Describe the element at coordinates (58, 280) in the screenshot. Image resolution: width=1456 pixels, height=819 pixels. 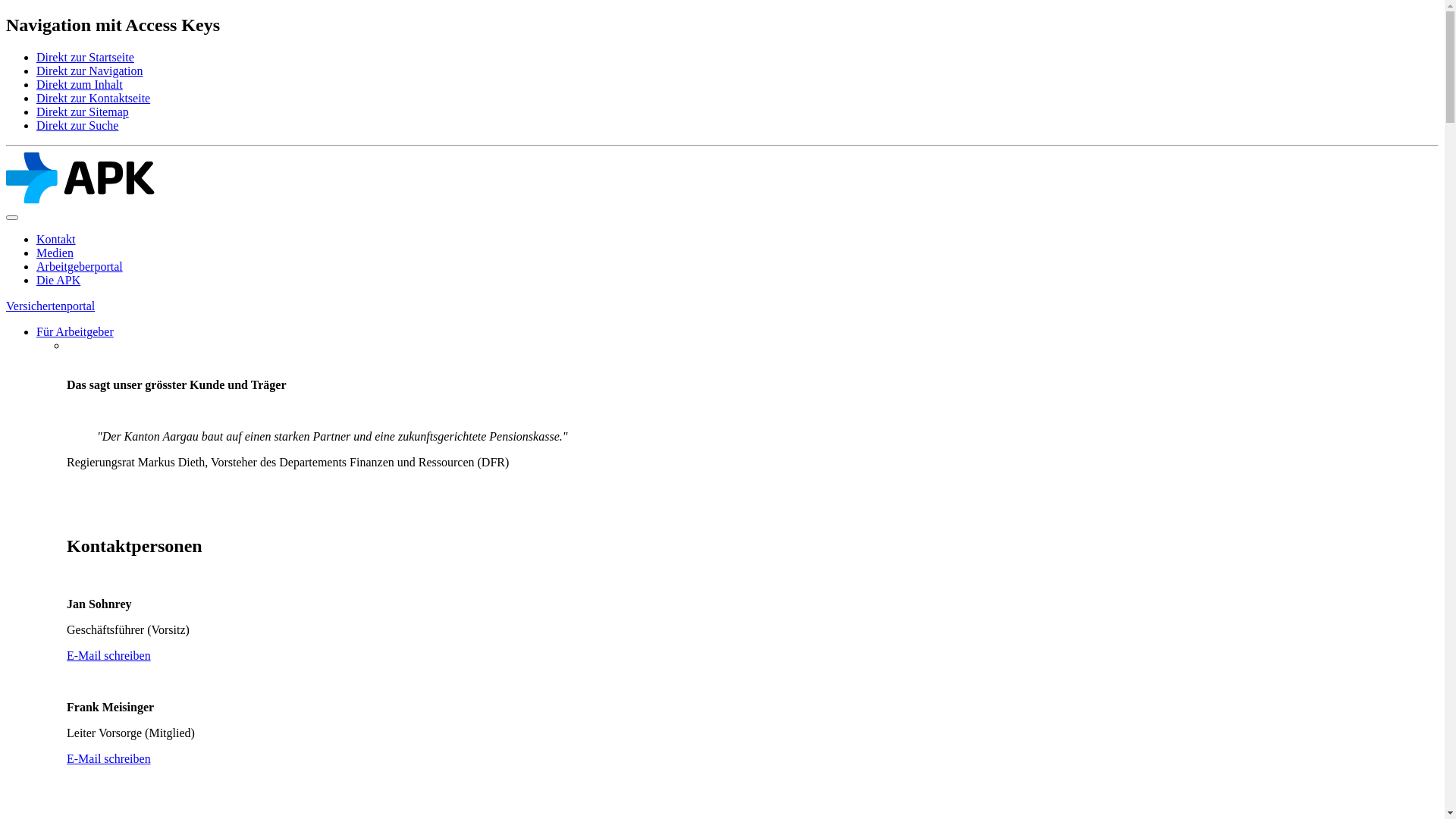
I see `'Die APK'` at that location.